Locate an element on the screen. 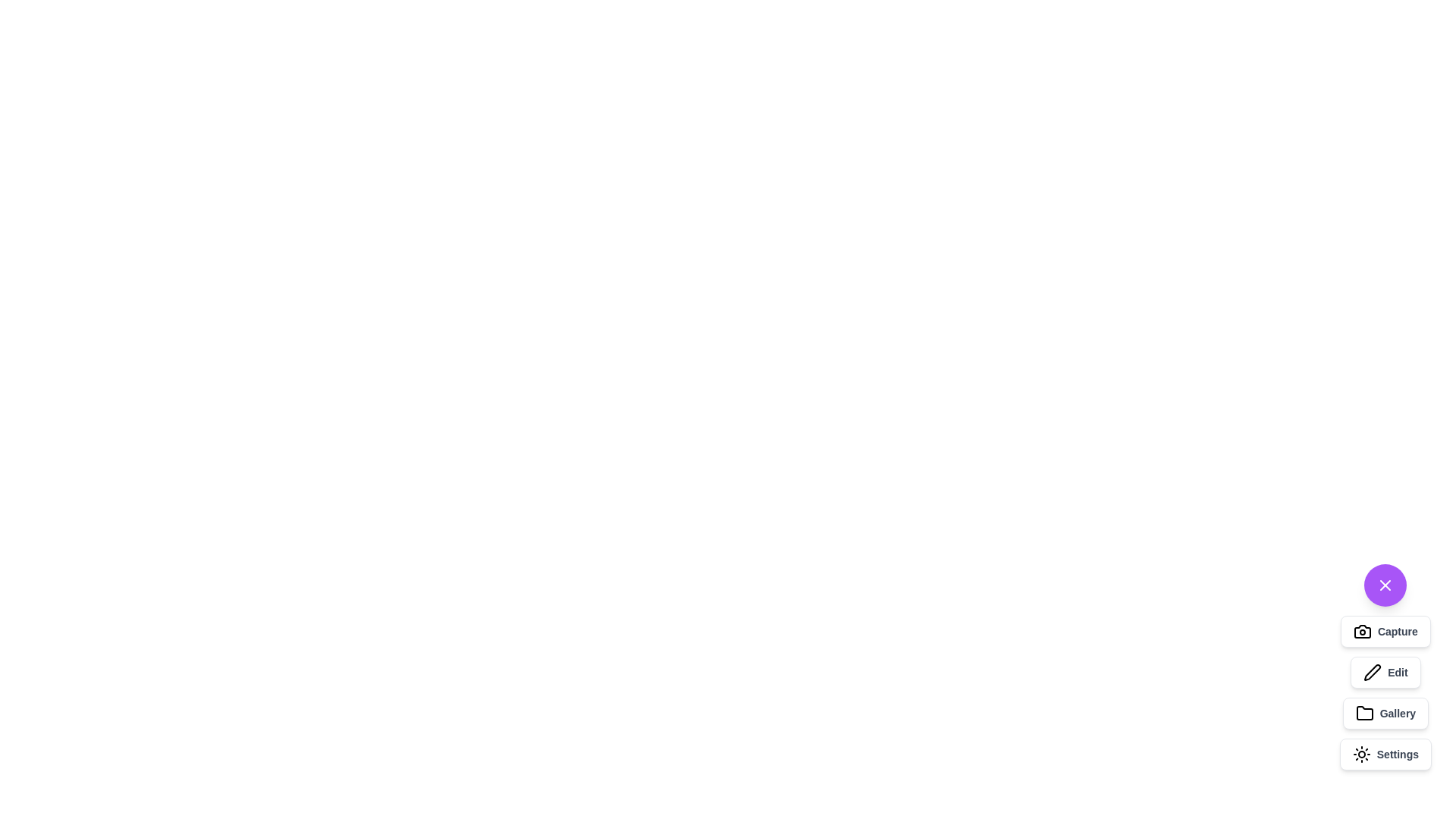 The width and height of the screenshot is (1456, 819). the 'Edit' button to activate the 'Edit' functionality is located at coordinates (1385, 672).